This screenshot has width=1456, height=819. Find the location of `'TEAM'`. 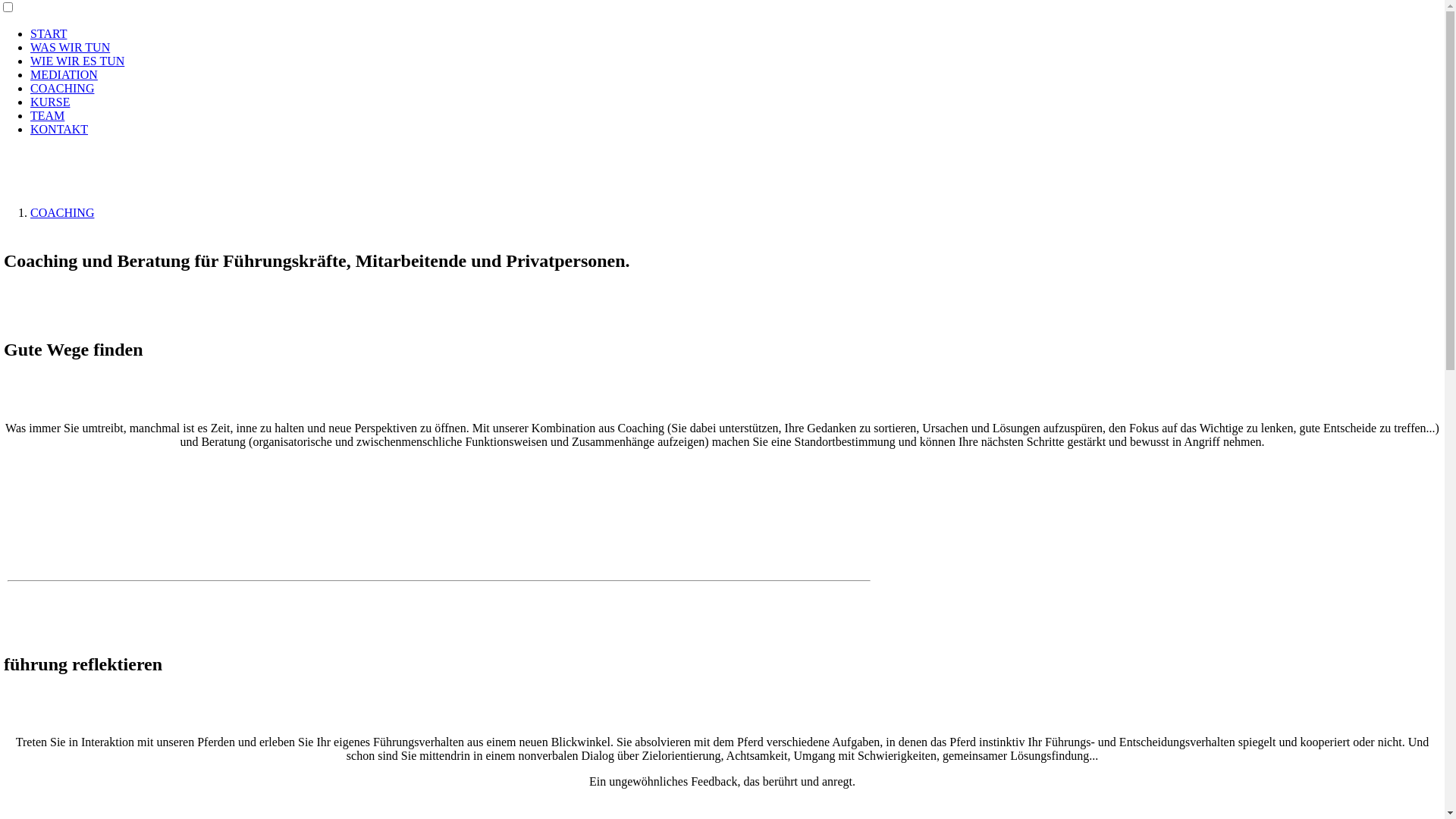

'TEAM' is located at coordinates (47, 115).